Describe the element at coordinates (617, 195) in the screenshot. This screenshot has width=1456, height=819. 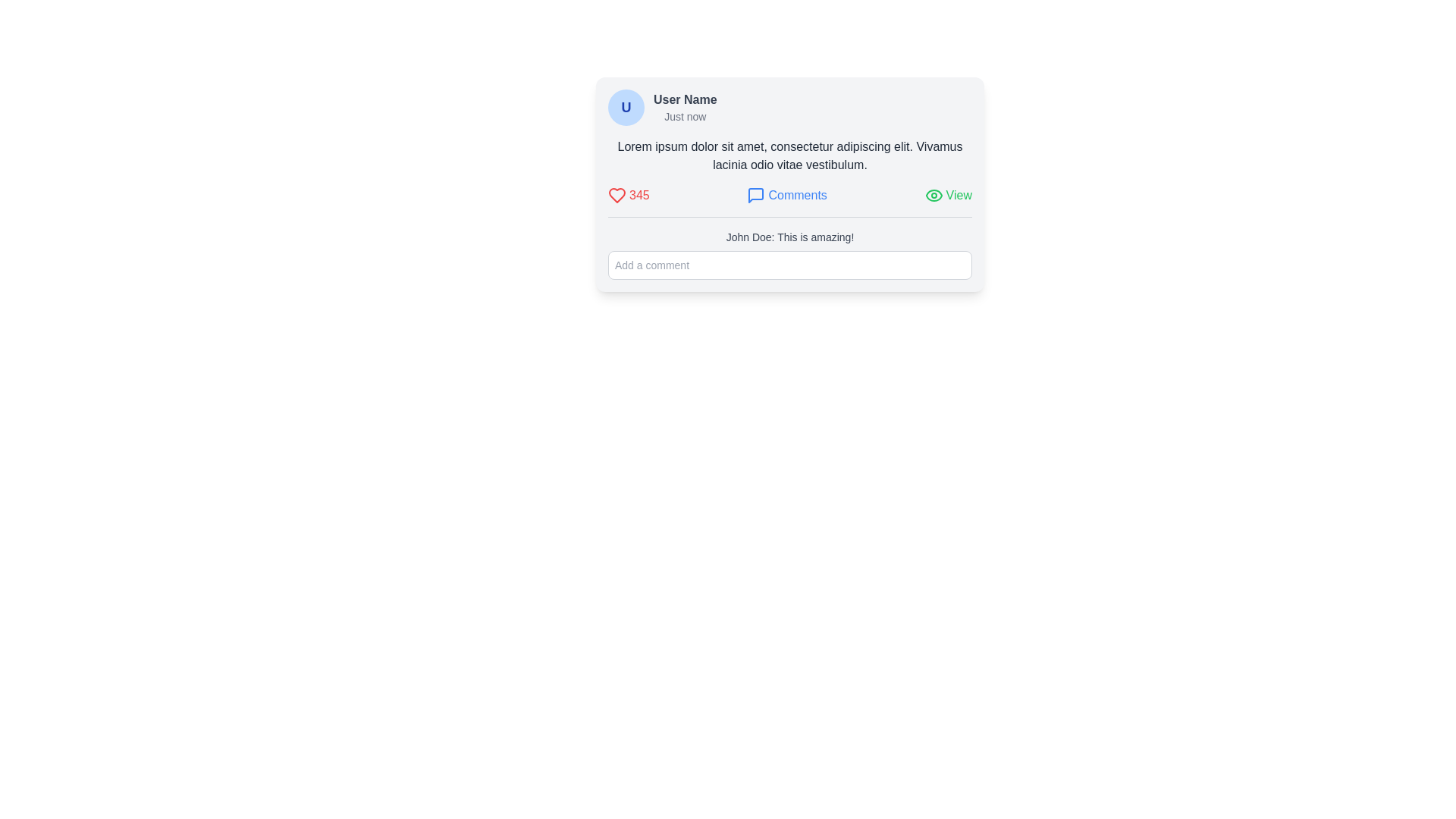
I see `the heart icon located in the bottom-left area of the card layout to like or unlike the post` at that location.